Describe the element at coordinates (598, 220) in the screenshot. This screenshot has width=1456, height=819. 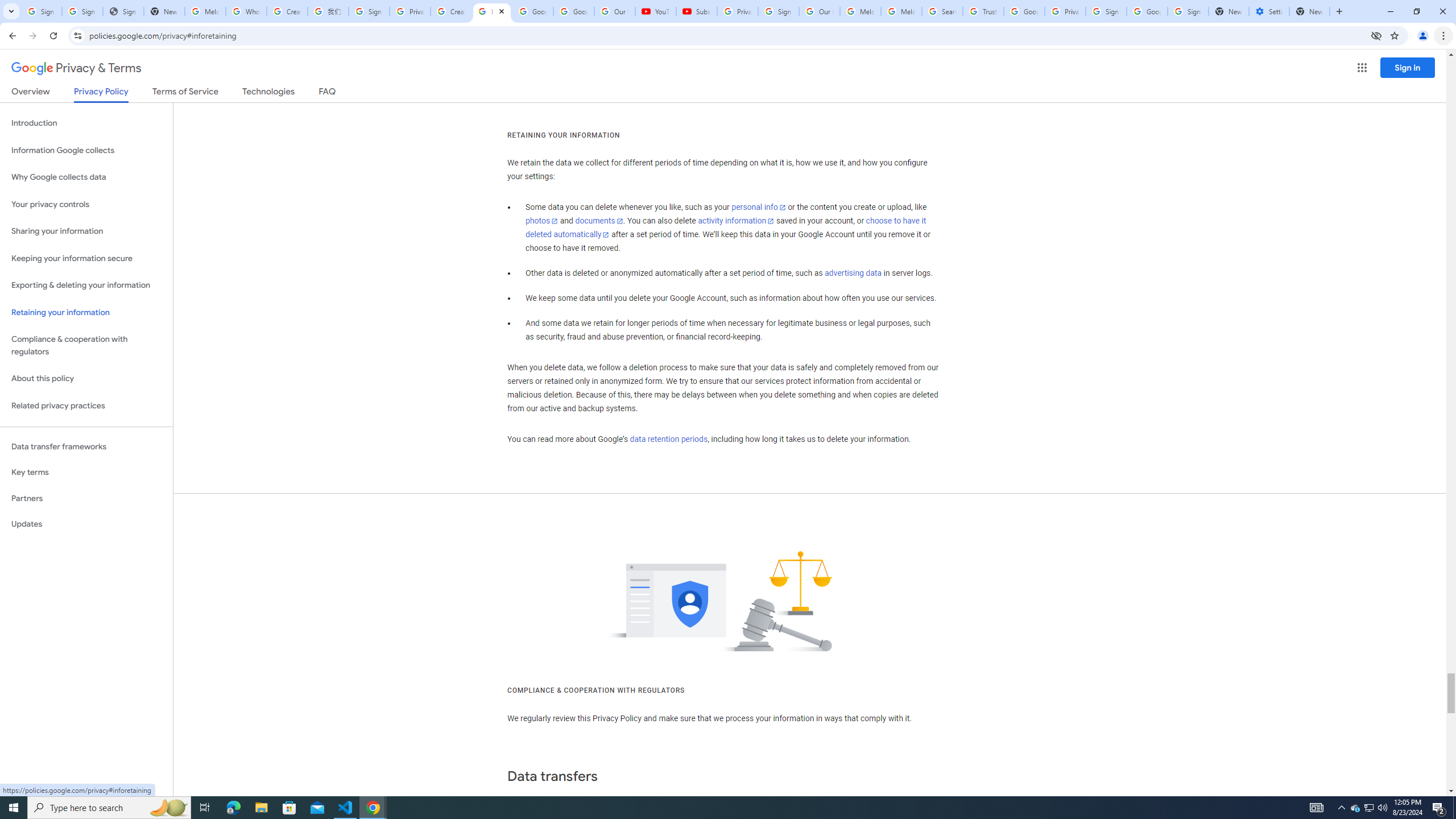
I see `'documents'` at that location.